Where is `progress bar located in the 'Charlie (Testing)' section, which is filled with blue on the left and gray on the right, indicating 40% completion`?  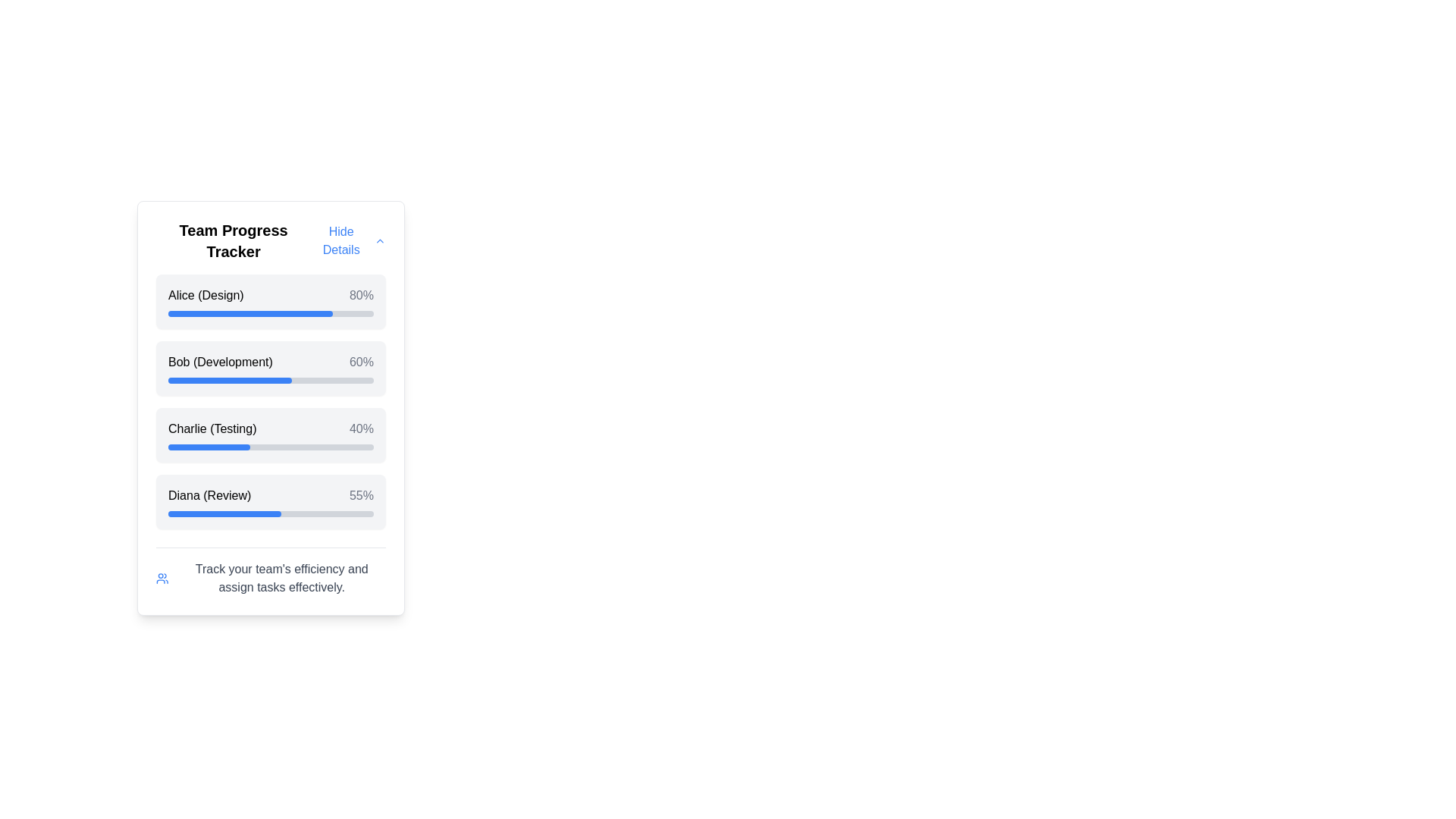 progress bar located in the 'Charlie (Testing)' section, which is filled with blue on the left and gray on the right, indicating 40% completion is located at coordinates (271, 447).